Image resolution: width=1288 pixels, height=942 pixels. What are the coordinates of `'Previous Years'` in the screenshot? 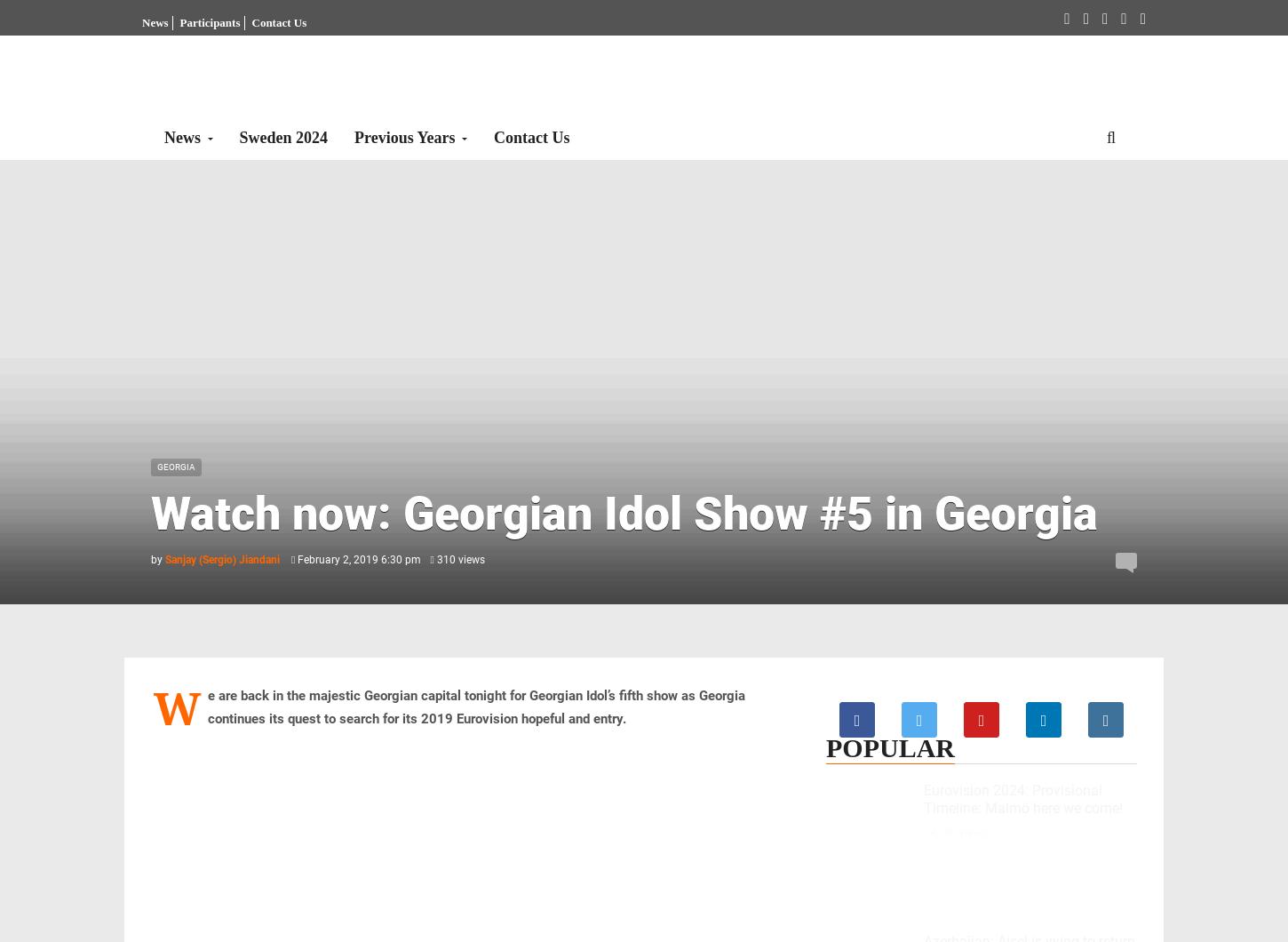 It's located at (354, 136).